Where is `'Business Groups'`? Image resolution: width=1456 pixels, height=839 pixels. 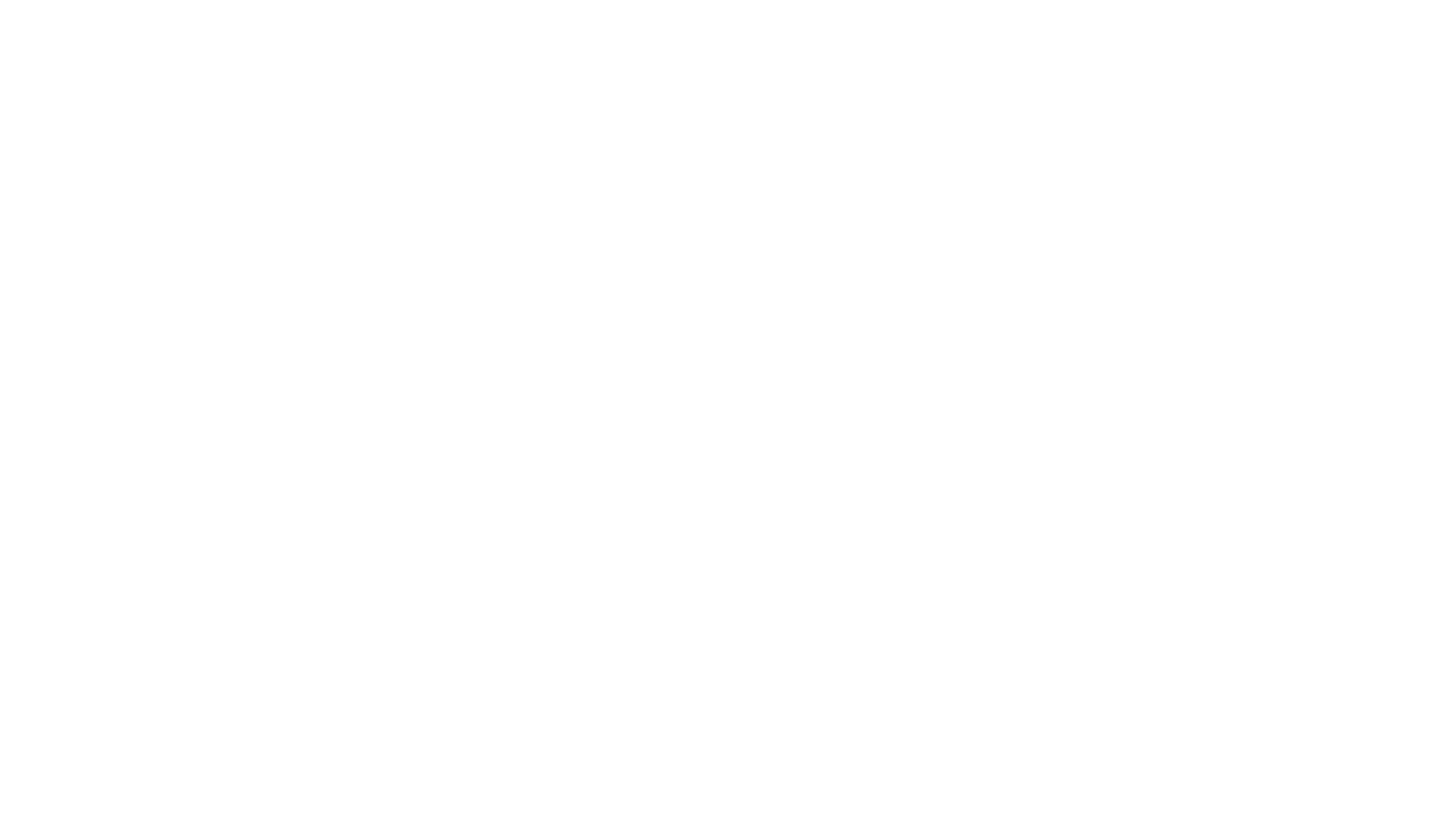
'Business Groups' is located at coordinates (984, 35).